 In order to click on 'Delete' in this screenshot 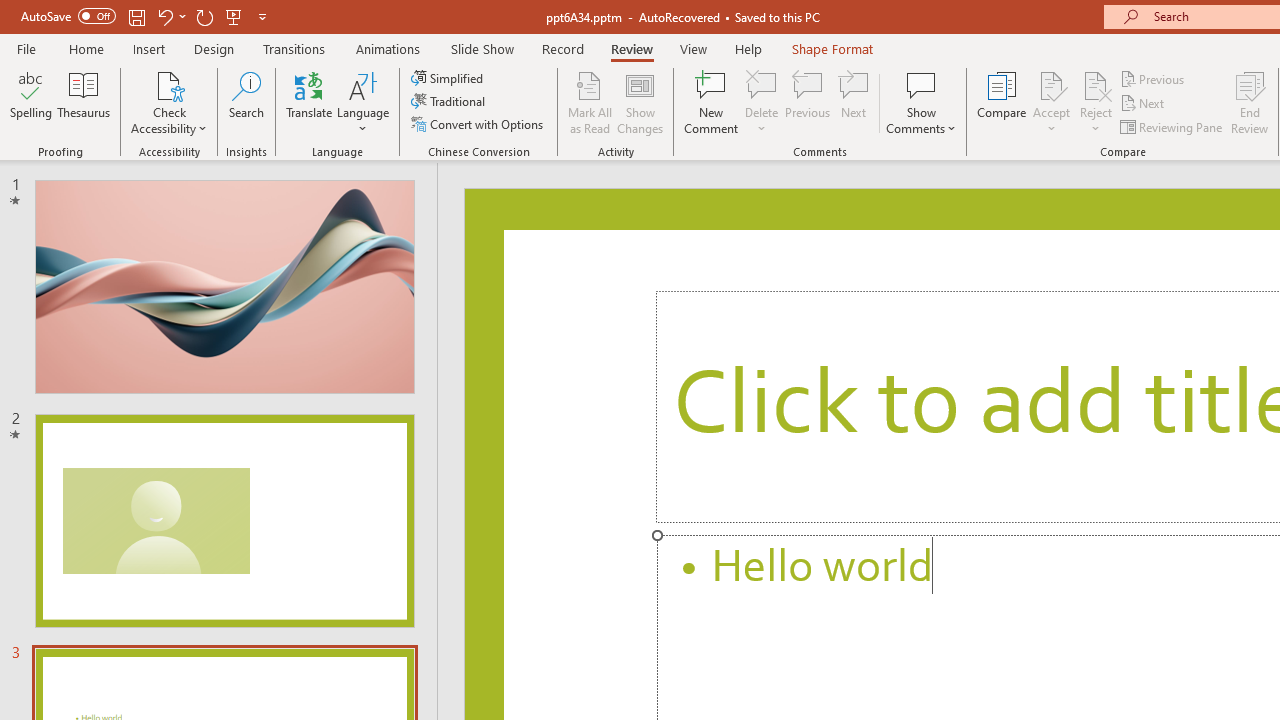, I will do `click(761, 103)`.